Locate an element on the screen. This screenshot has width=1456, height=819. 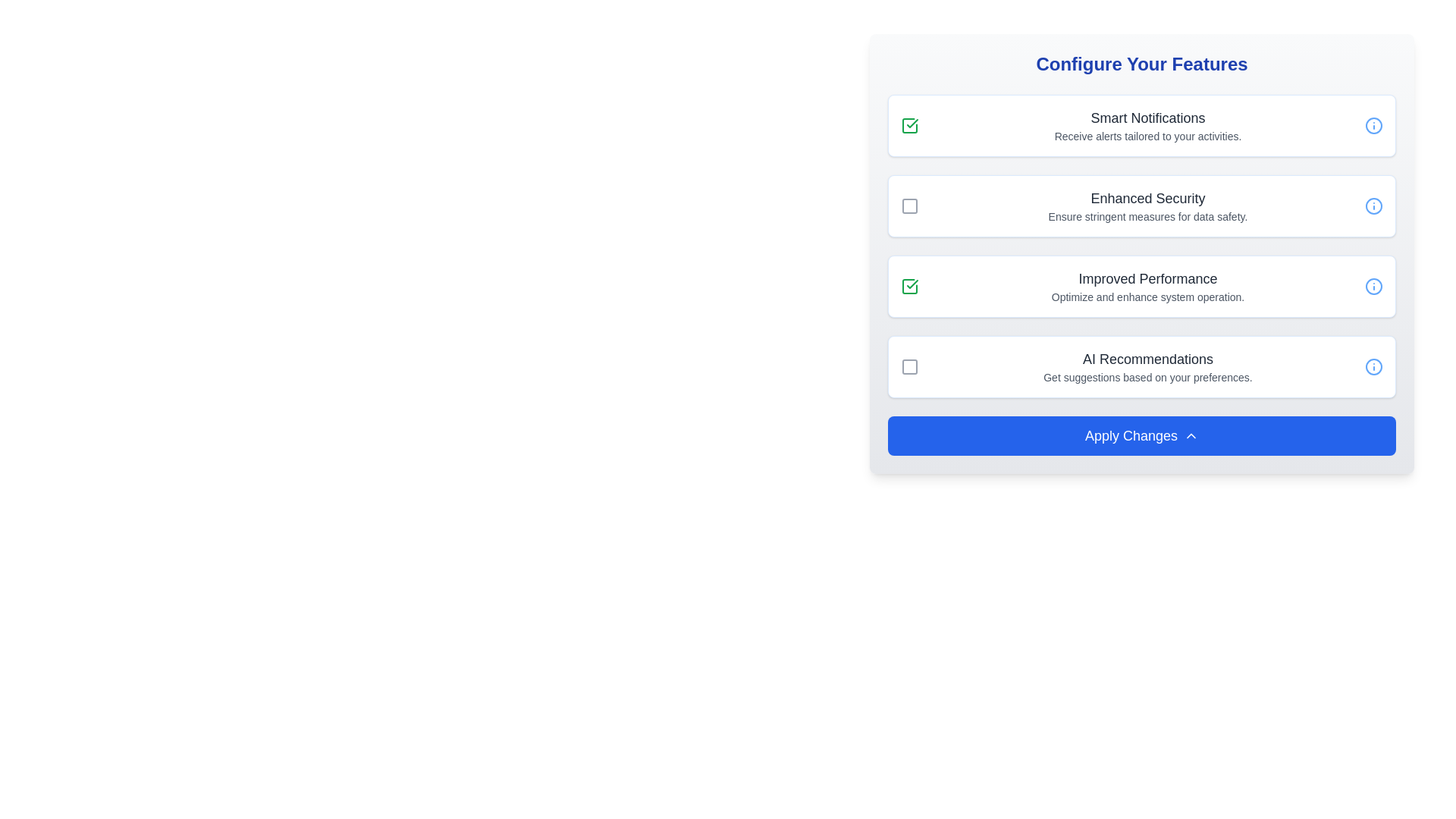
the circular SVG element that is part of the 'info' icon, located to the right of the 'Improved Performance' feature label within the 'Configure Your Features' card layout is located at coordinates (1373, 287).